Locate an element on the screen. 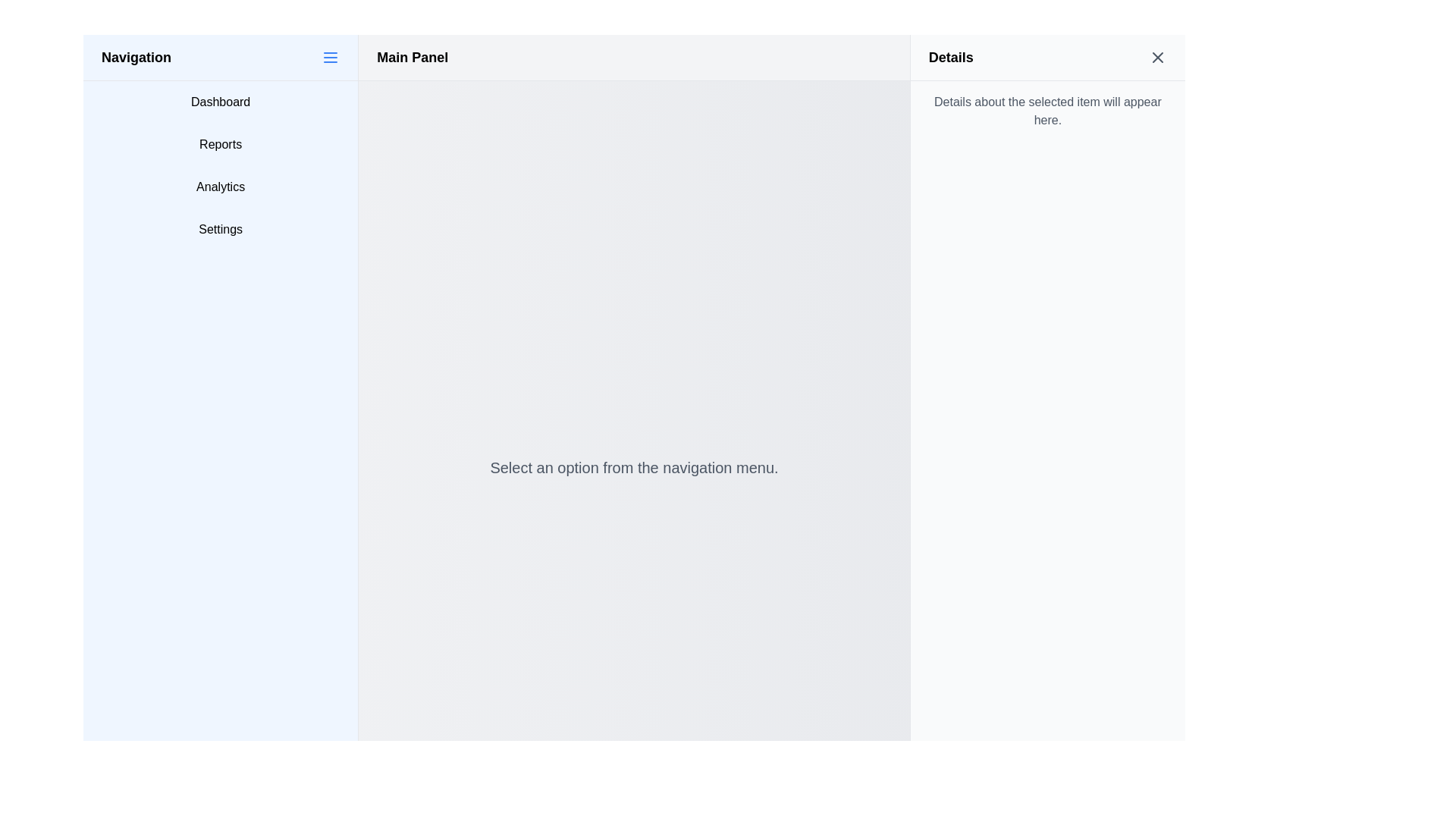 The height and width of the screenshot is (819, 1456). the 'Navigation' text label, which is bold and enlarged, positioned at the top left corner of the vertical navigation panel is located at coordinates (136, 57).